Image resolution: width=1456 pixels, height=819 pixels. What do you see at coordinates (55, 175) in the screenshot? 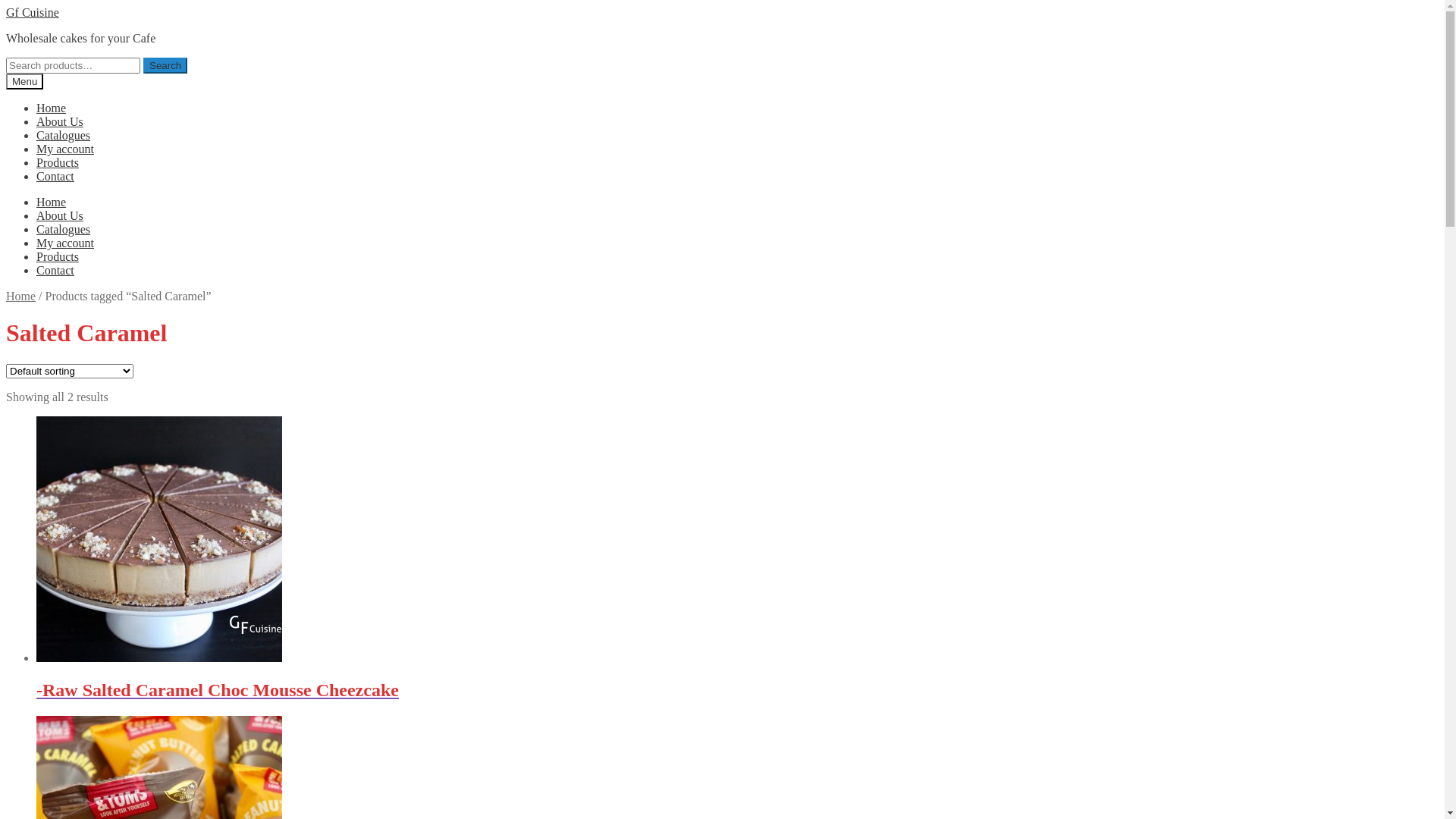
I see `'Contact'` at bounding box center [55, 175].